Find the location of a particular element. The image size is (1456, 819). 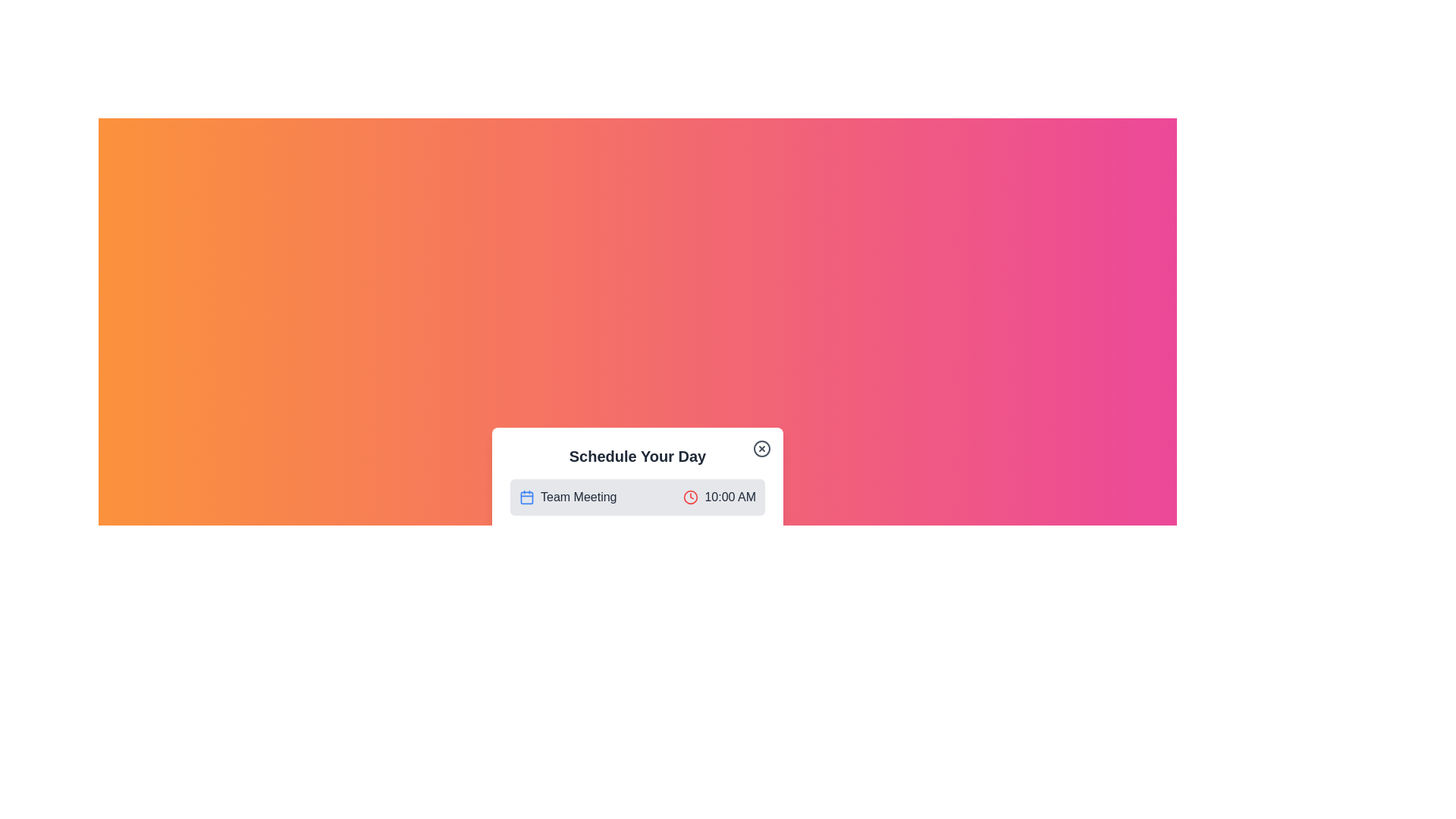

the text label that displays 'Team Meeting', which is styled with a clean sans-serif font and is located within a pop-up card titled 'Schedule Your Day' is located at coordinates (578, 497).